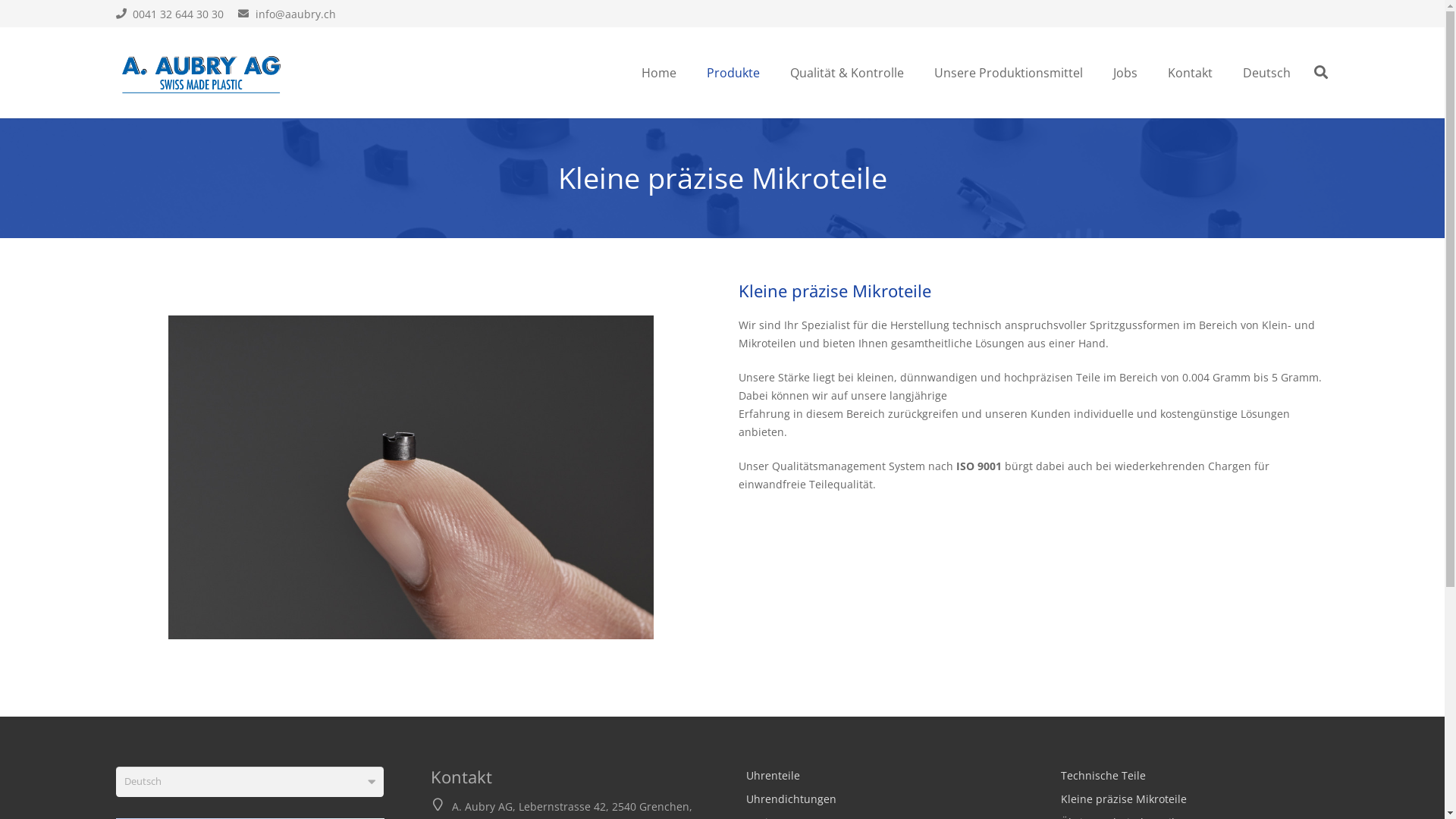  I want to click on 'Unsere Produktionsmittel', so click(1008, 73).